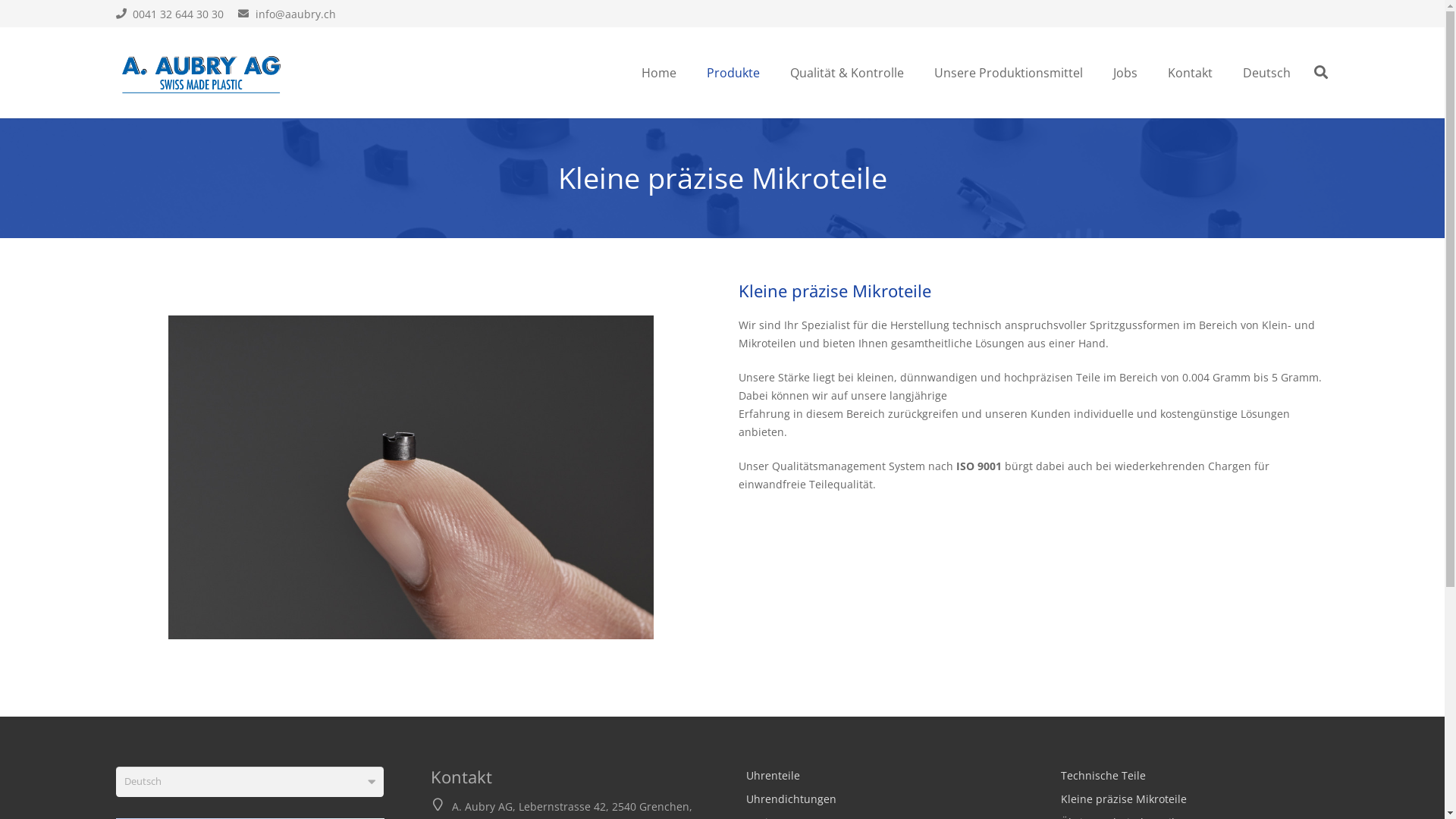  I want to click on 'Unsere Produktionsmittel', so click(1008, 73).